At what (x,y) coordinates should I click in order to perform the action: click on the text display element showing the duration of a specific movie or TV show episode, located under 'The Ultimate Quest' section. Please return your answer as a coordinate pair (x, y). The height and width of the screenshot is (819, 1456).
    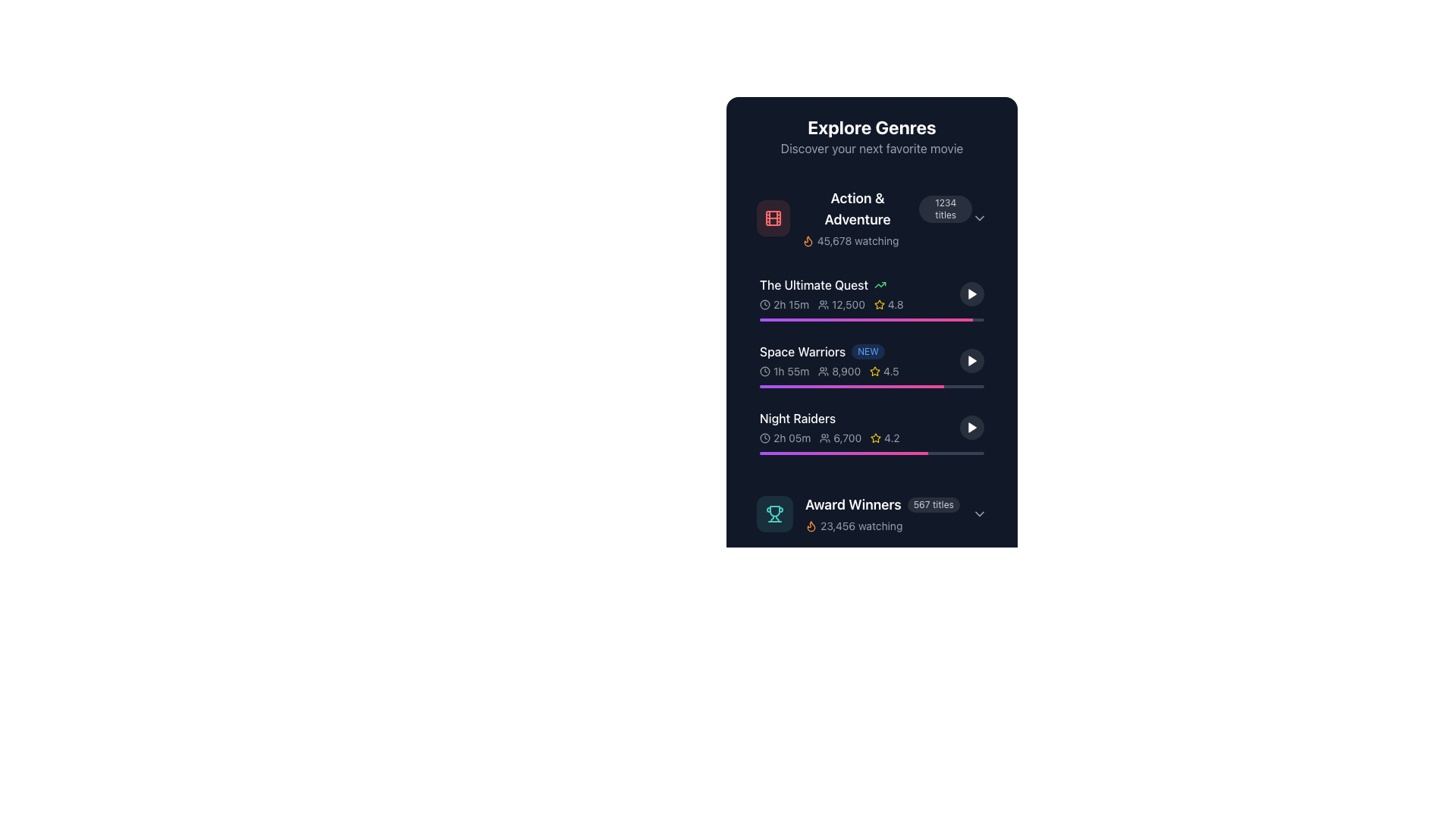
    Looking at the image, I should click on (784, 304).